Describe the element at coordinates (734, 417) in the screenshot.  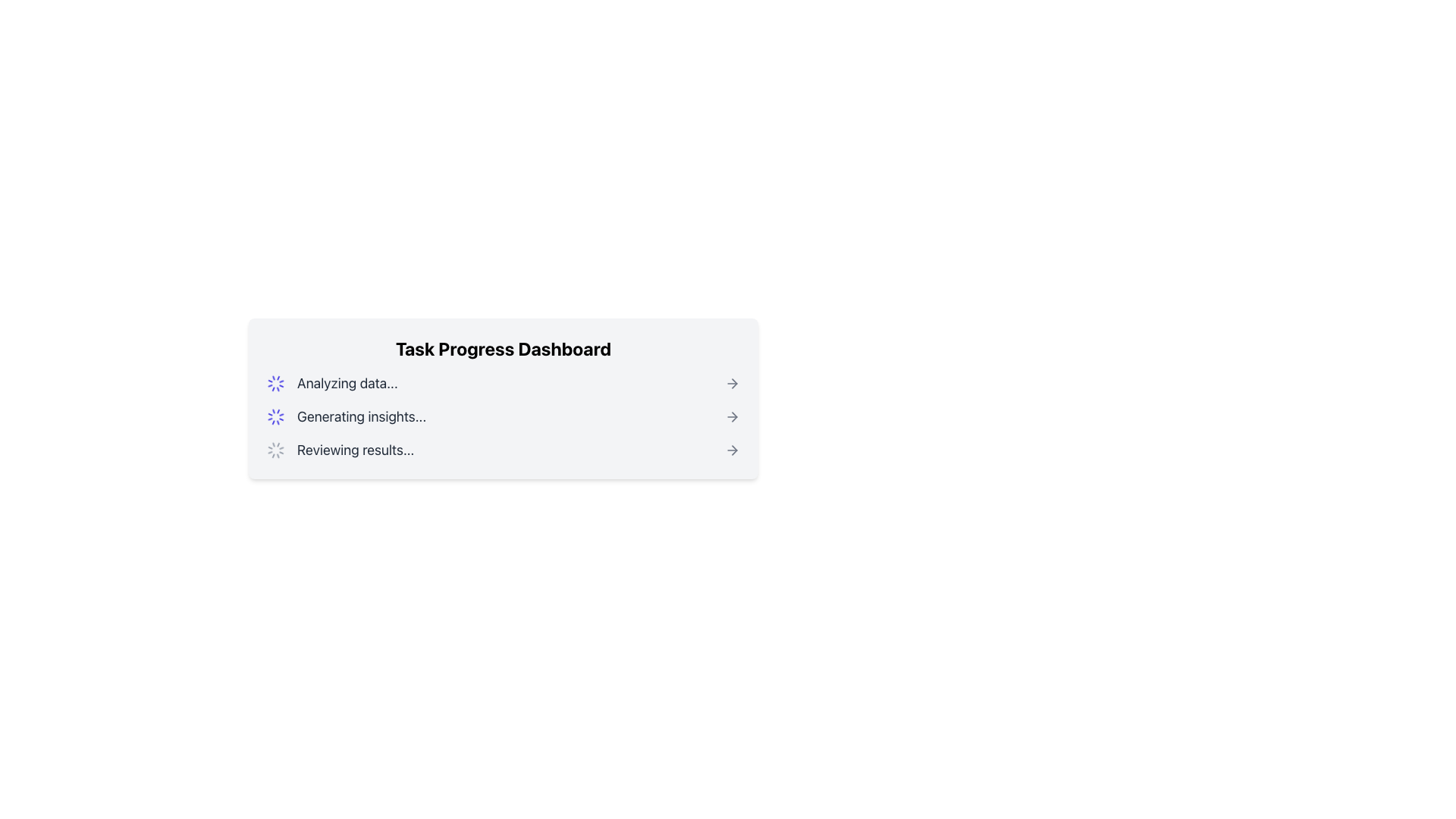
I see `the right-pointing arrow icon that indicates navigation or progression, located to the right of the 'Reviewing results...' text` at that location.